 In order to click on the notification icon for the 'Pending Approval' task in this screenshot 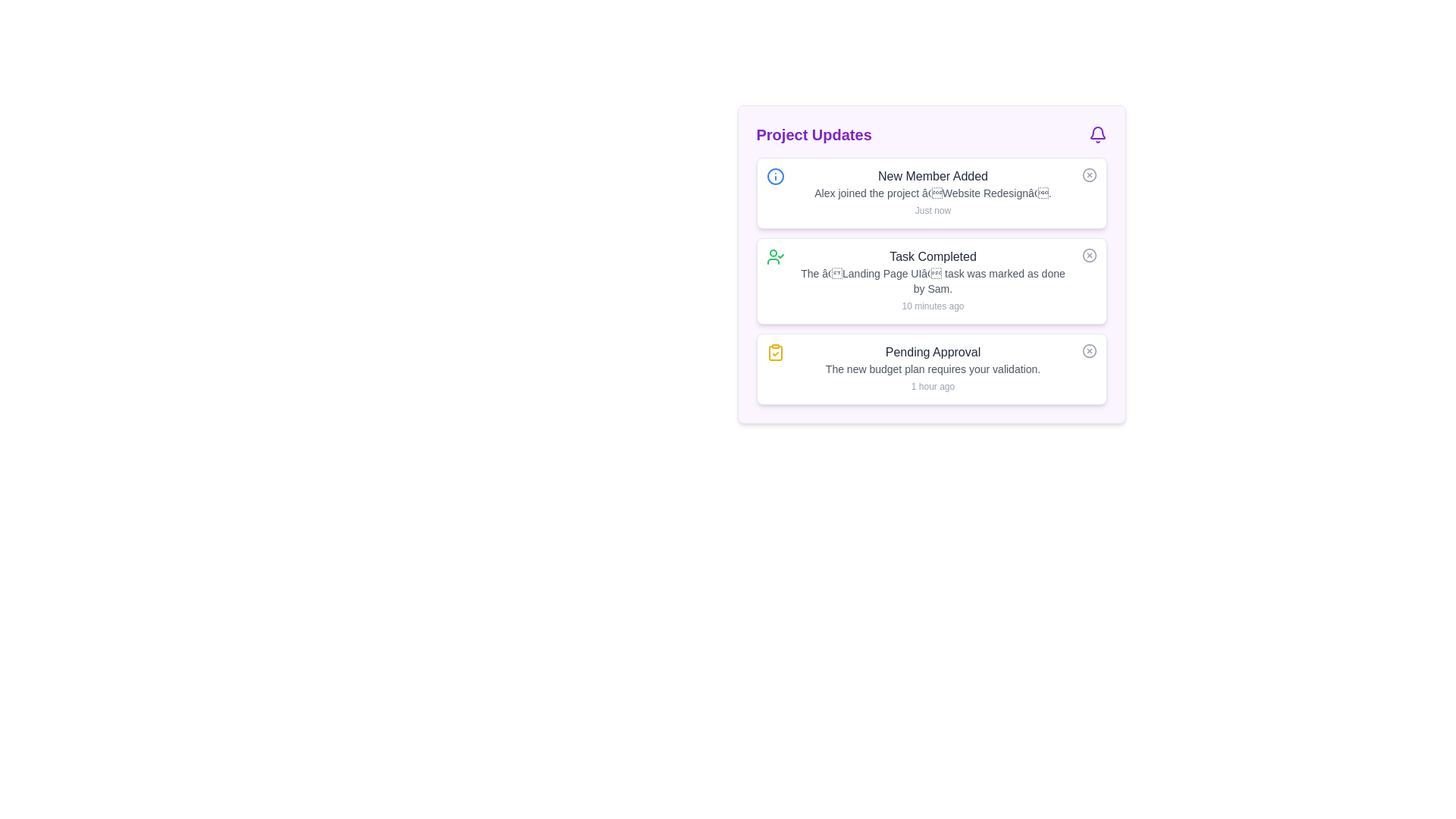, I will do `click(775, 353)`.